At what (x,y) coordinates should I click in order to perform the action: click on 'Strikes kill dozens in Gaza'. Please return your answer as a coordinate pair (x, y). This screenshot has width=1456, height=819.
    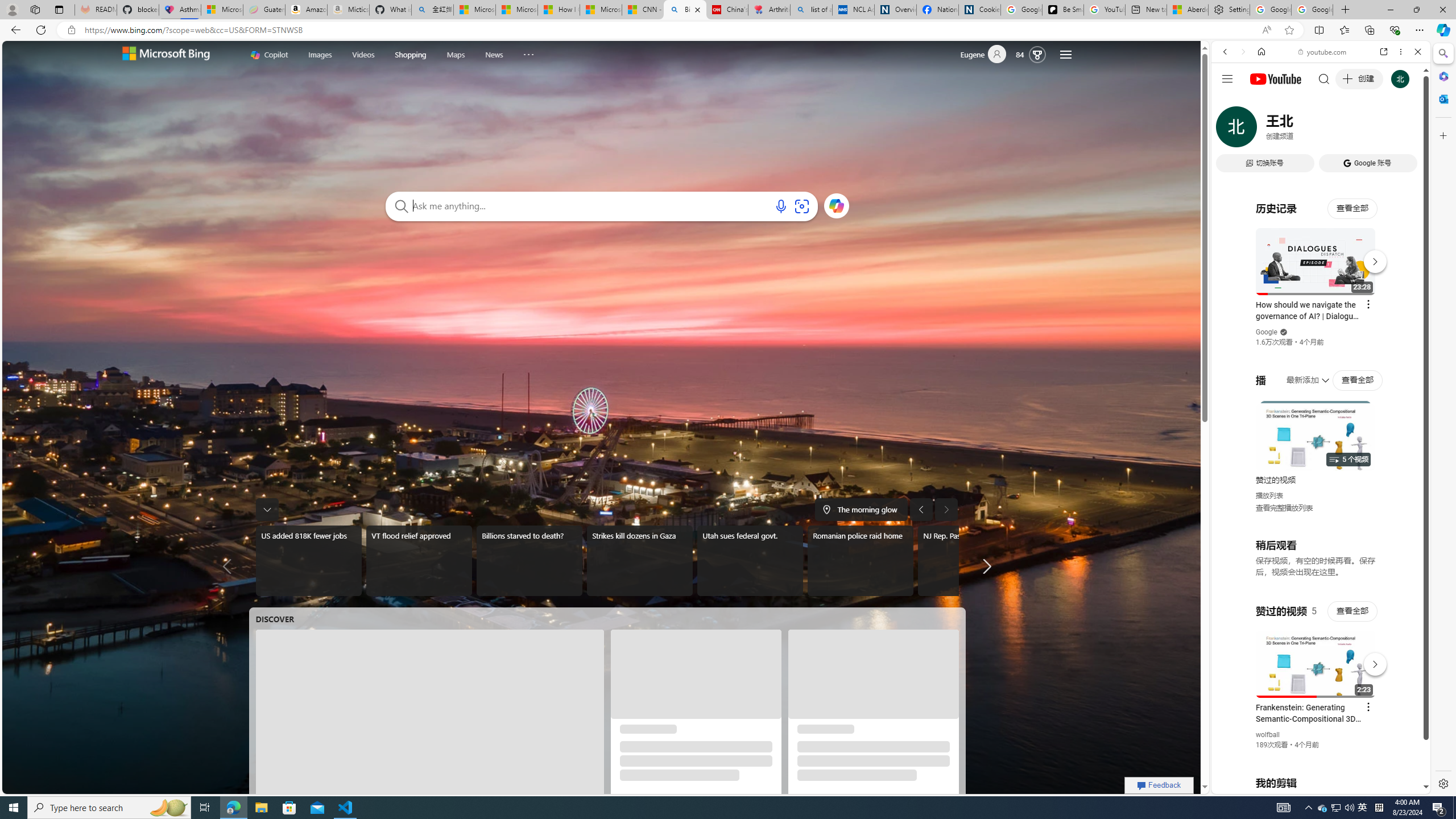
    Looking at the image, I should click on (640, 560).